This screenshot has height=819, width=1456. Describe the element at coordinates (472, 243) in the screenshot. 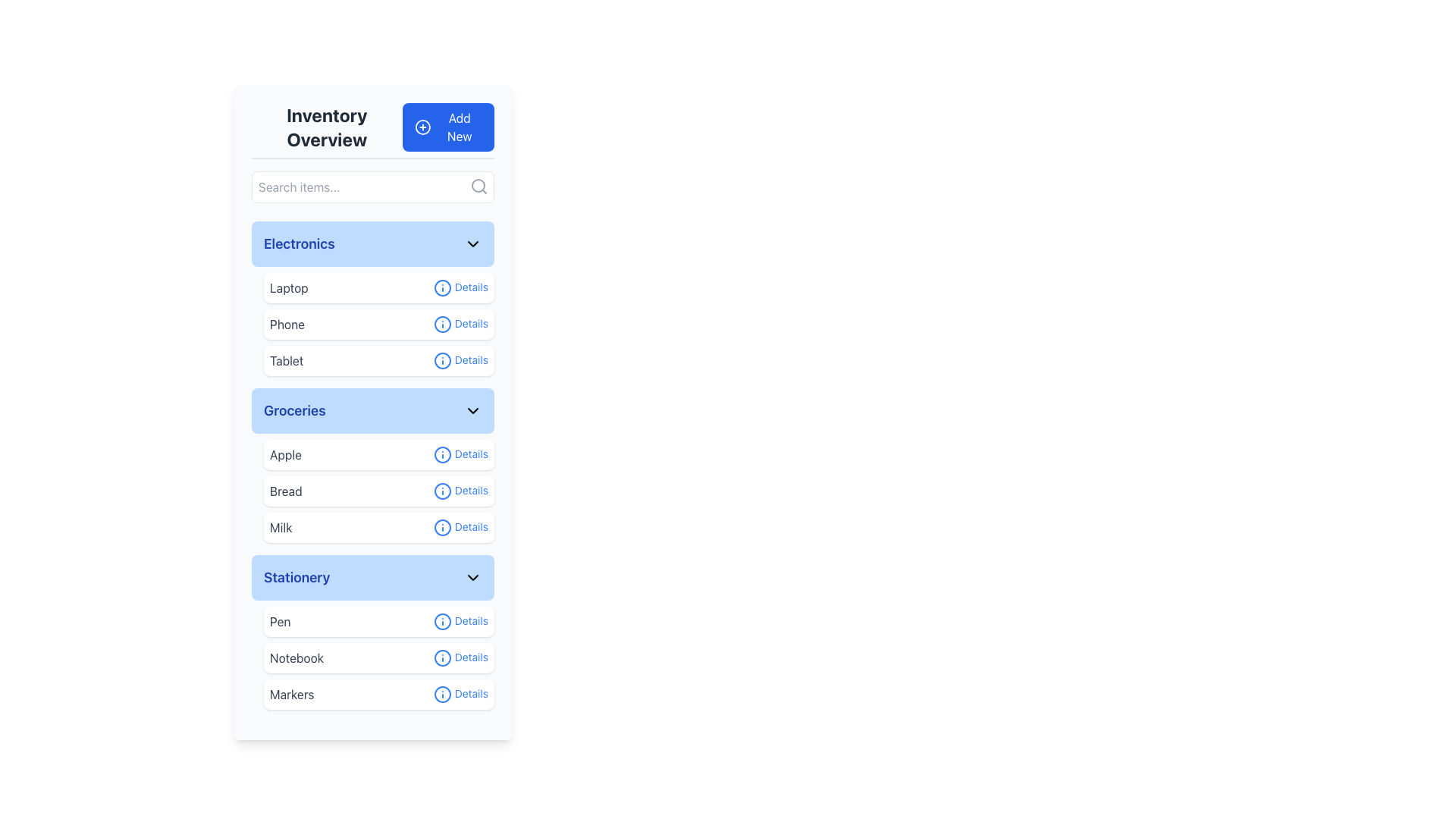

I see `the chevron icon positioned at the top right of the blue 'Electronics' header section to toggle the visibility of associated items` at that location.